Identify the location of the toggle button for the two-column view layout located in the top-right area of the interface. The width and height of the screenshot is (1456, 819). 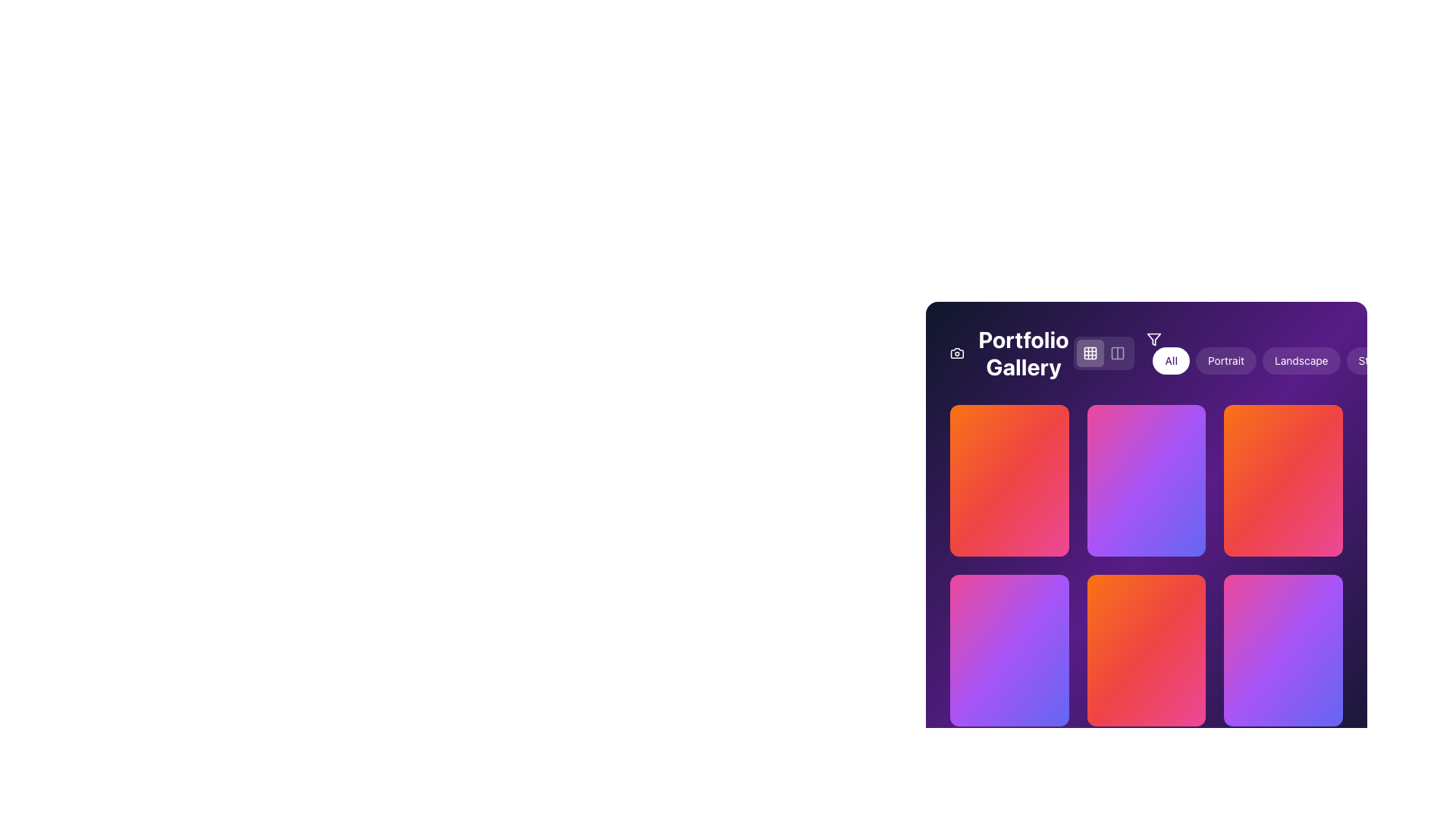
(1118, 353).